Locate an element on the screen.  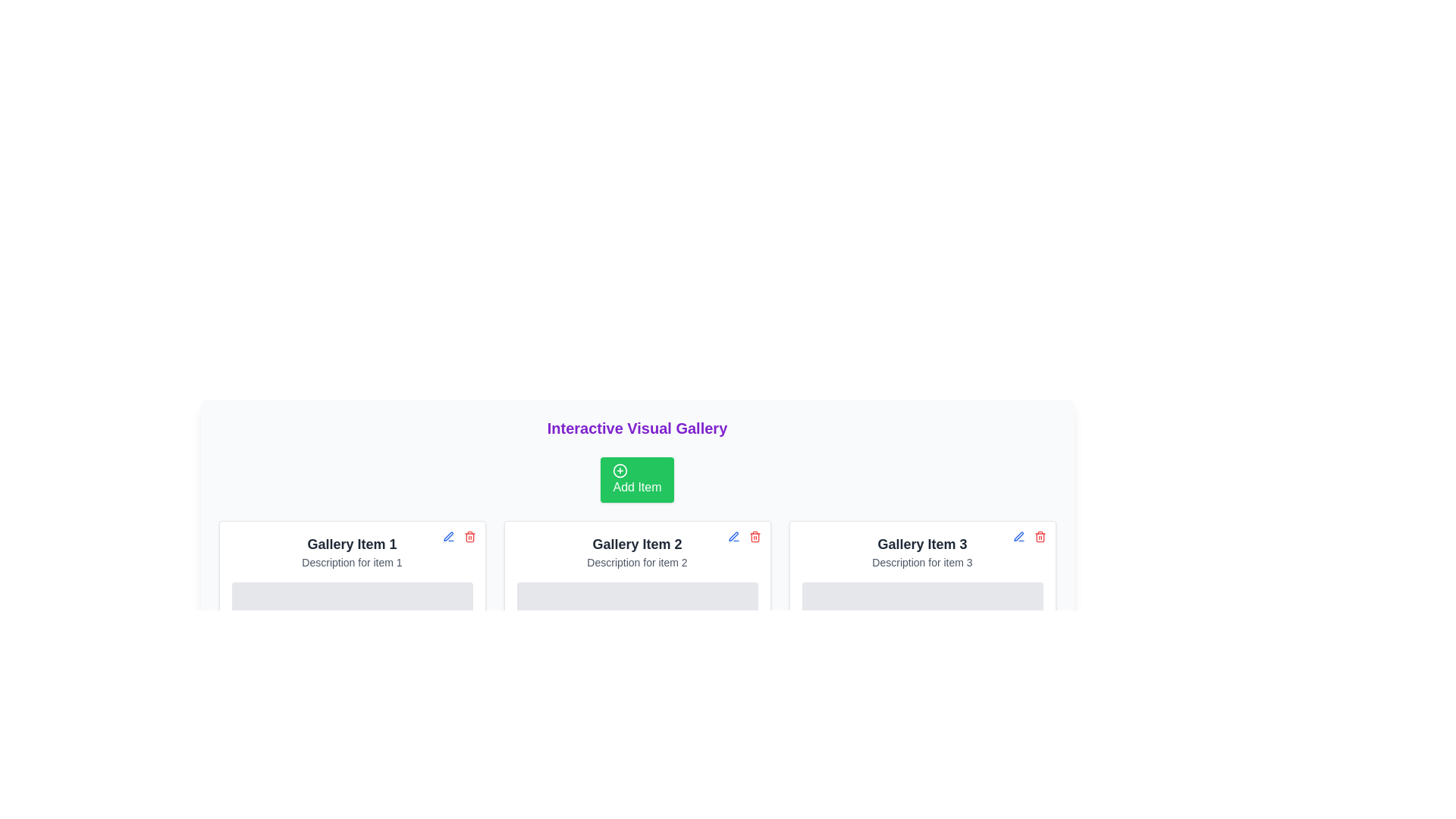
the static text element displaying 'Description for item 1' which is located beneath 'Gallery Item 1' and above a placeholder image in the first card of the gallery layout is located at coordinates (351, 562).